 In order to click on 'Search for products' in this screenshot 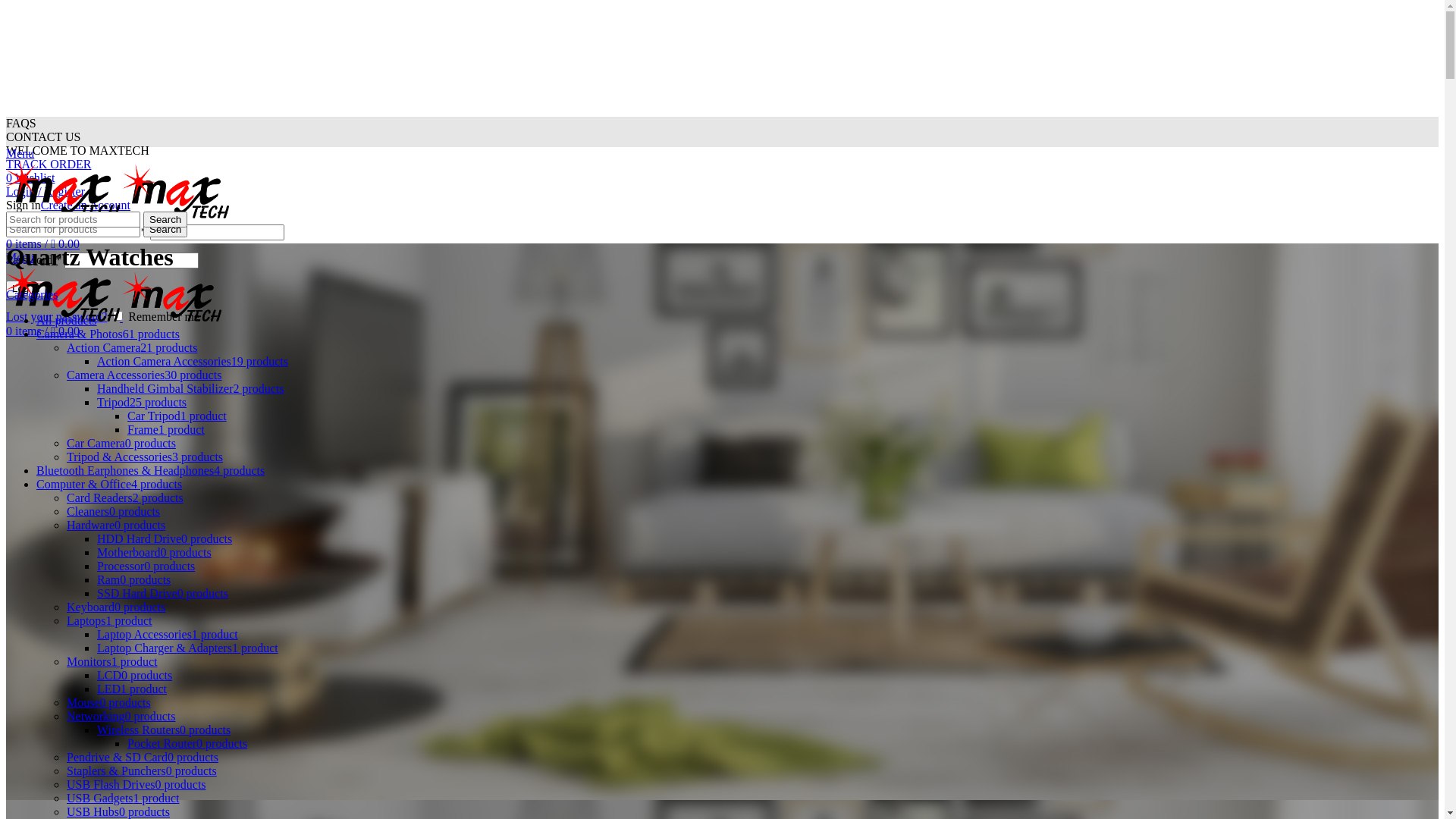, I will do `click(72, 229)`.